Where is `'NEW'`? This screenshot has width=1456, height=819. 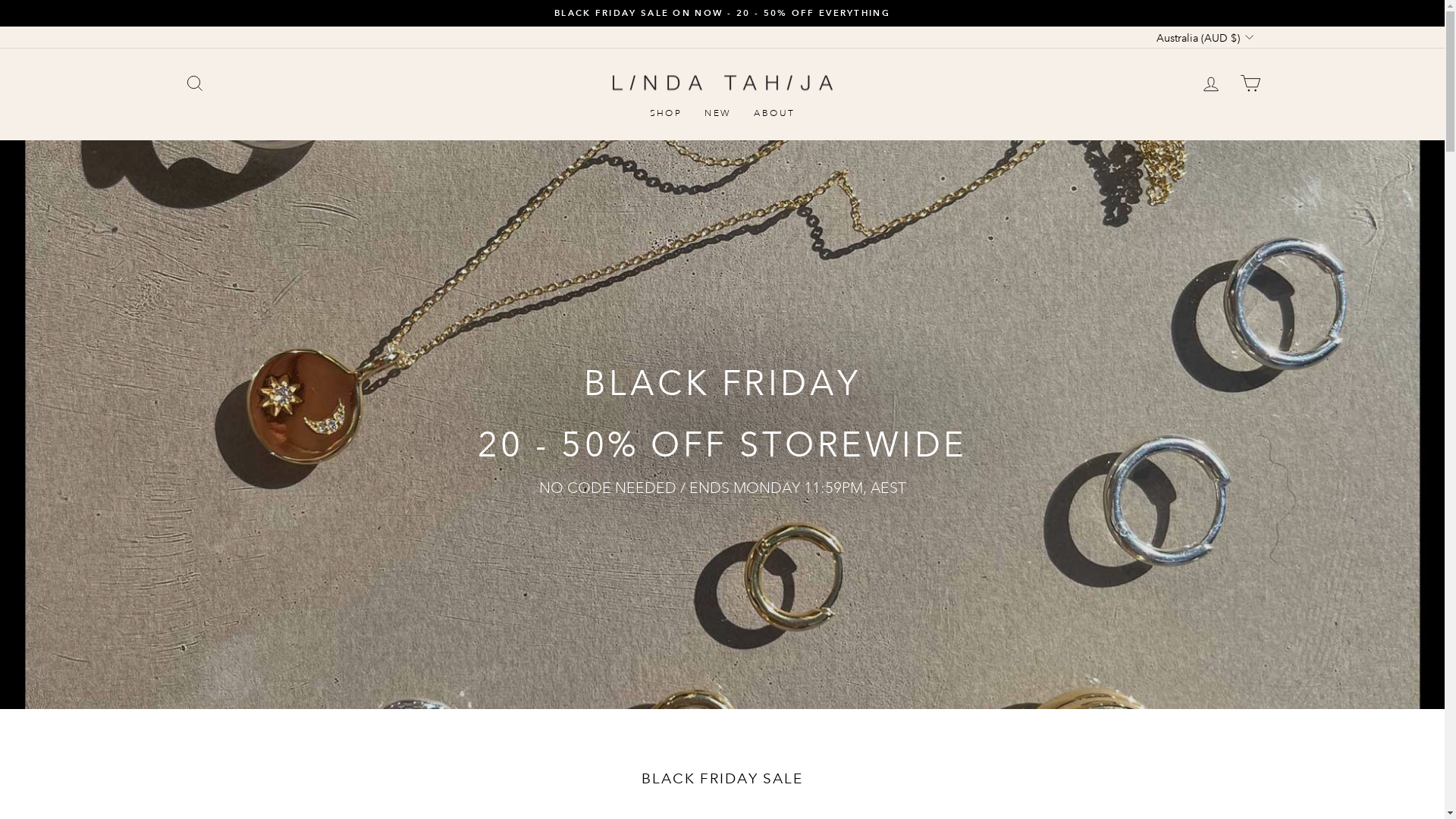 'NEW' is located at coordinates (717, 113).